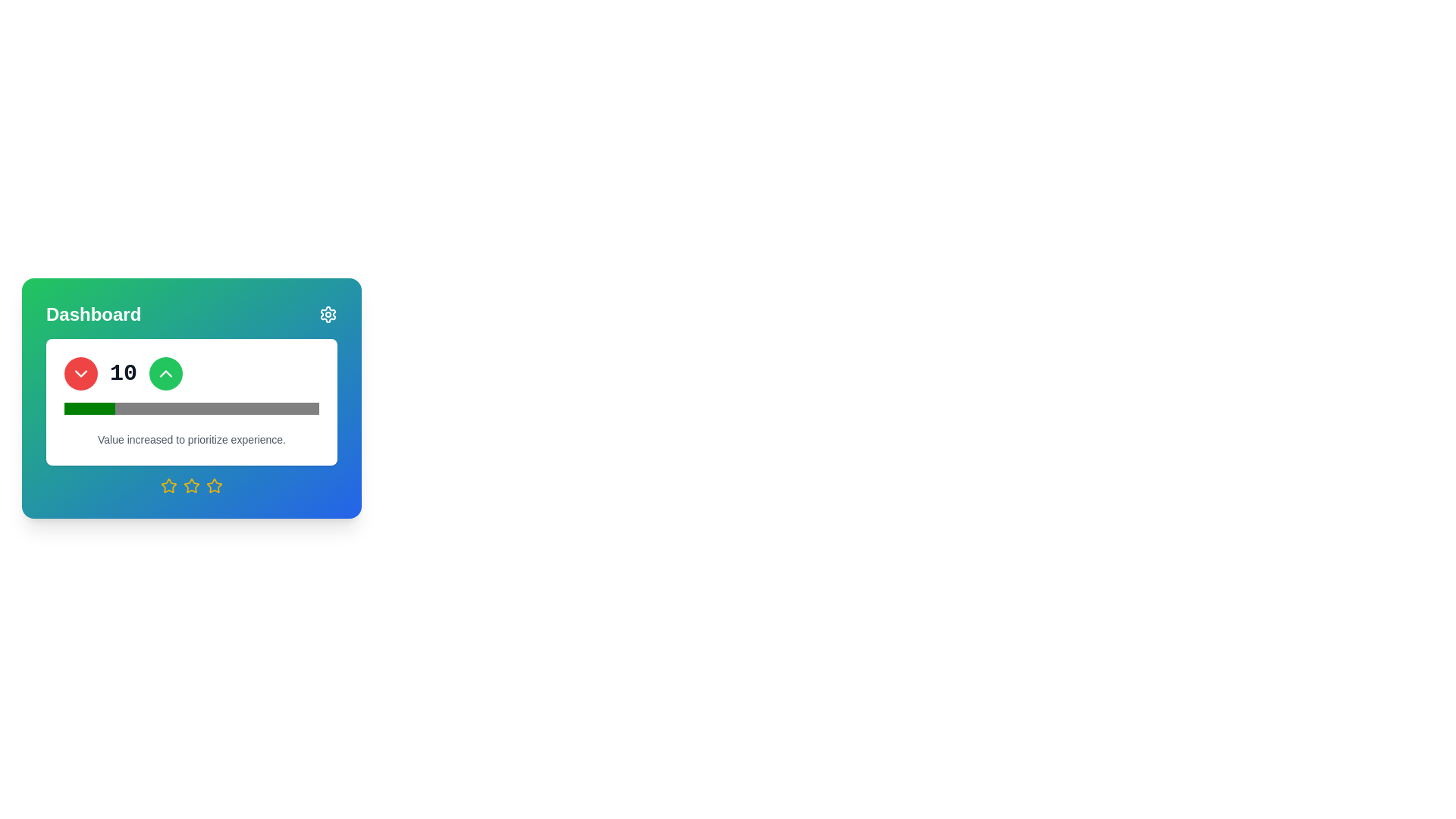 This screenshot has height=819, width=1456. Describe the element at coordinates (327, 314) in the screenshot. I see `the circular gear icon located` at that location.